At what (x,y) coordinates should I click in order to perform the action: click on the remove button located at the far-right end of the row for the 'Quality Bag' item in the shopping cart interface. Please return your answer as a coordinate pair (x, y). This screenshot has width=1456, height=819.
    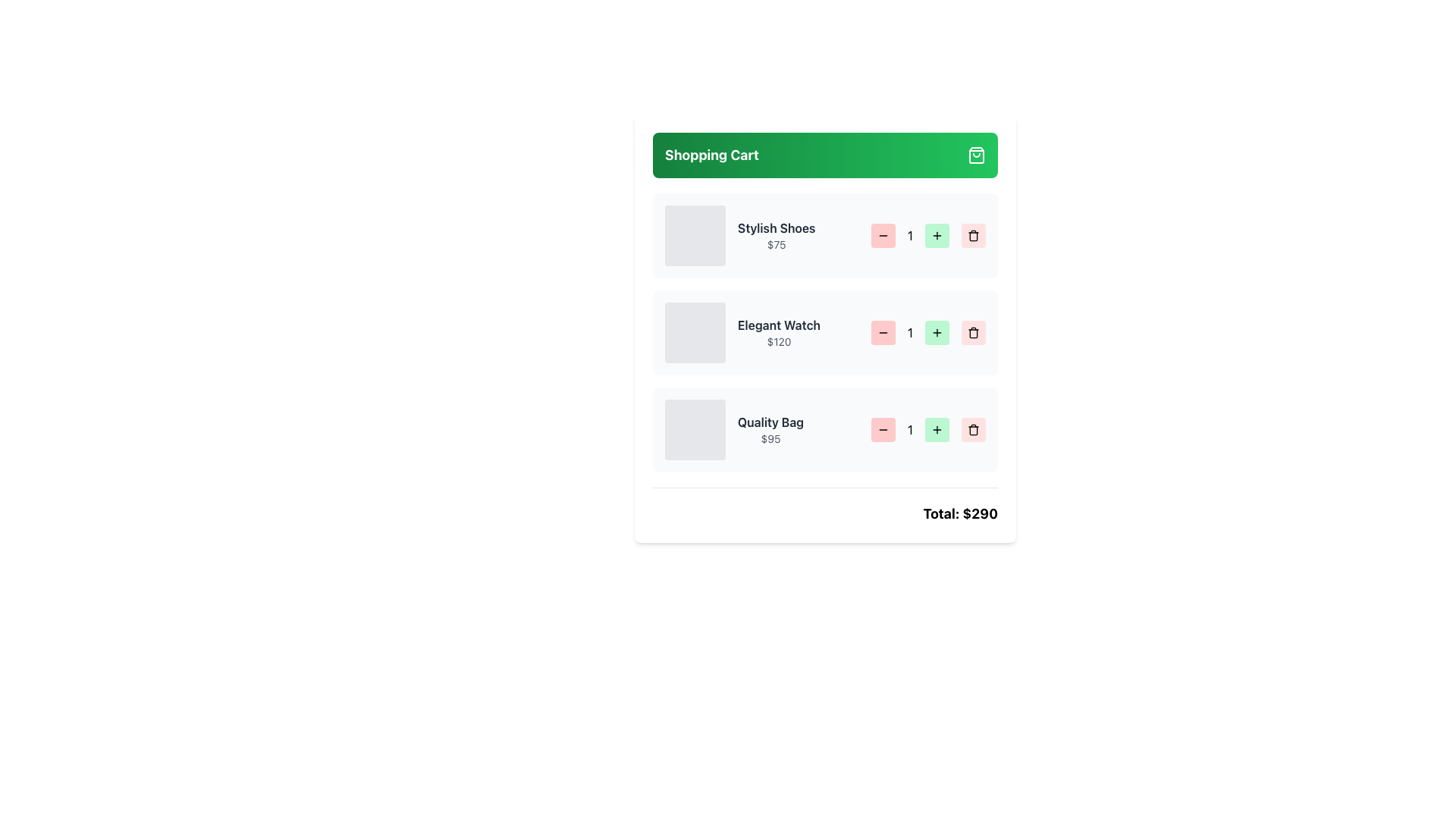
    Looking at the image, I should click on (973, 430).